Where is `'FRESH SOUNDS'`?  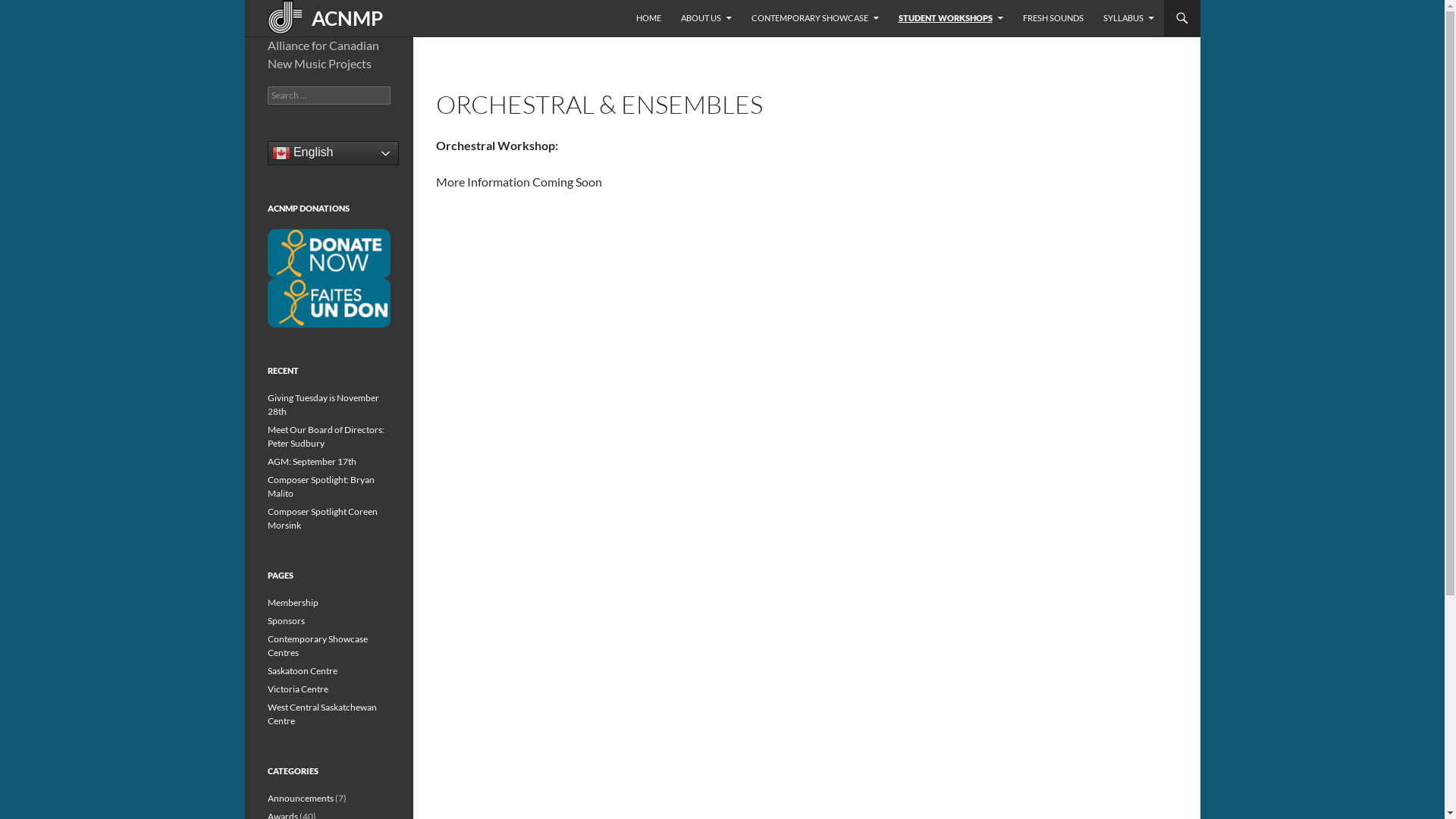
'FRESH SOUNDS' is located at coordinates (1051, 17).